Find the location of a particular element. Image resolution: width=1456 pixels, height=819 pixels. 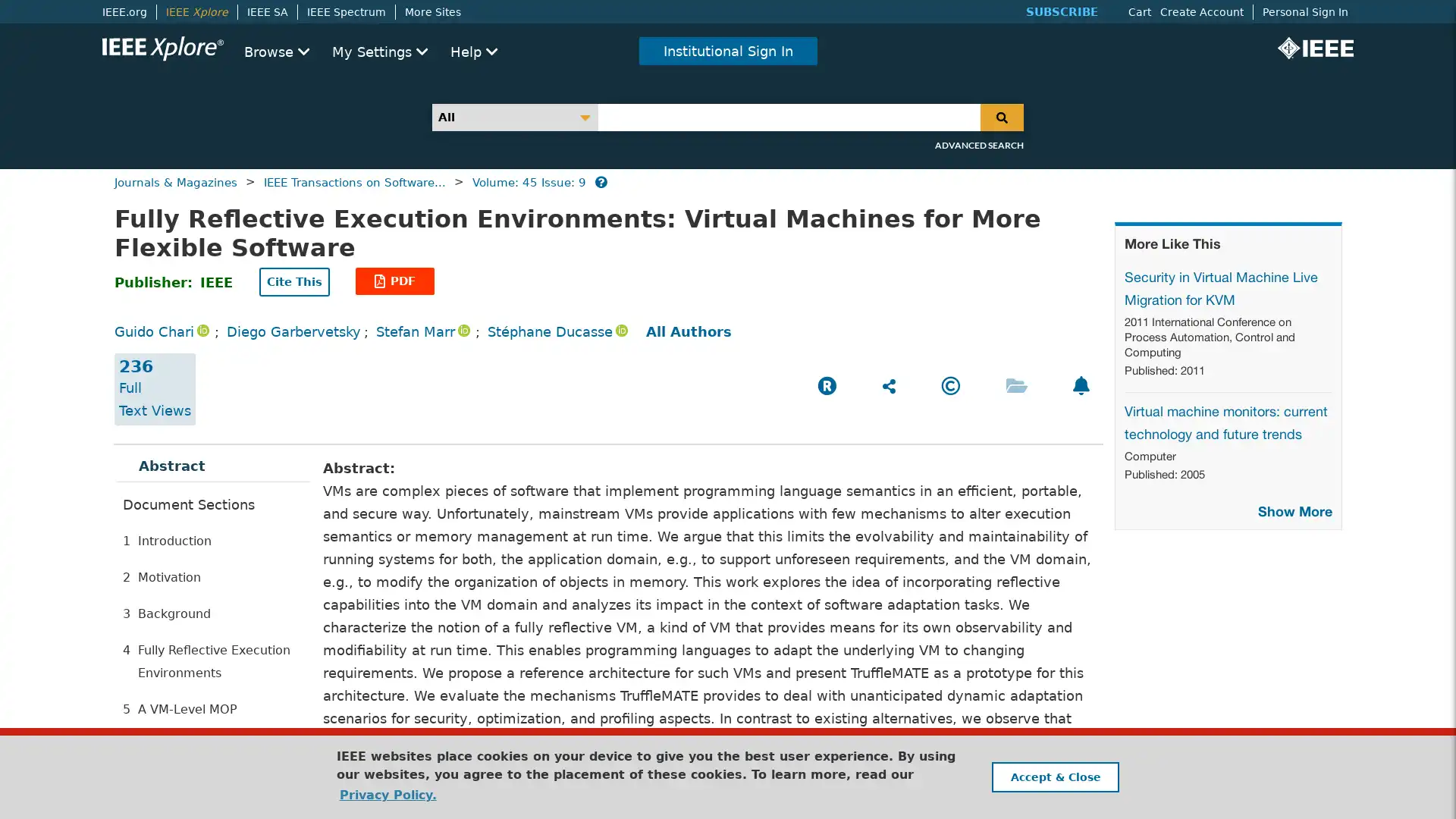

Show Full Outline is located at coordinates (184, 739).